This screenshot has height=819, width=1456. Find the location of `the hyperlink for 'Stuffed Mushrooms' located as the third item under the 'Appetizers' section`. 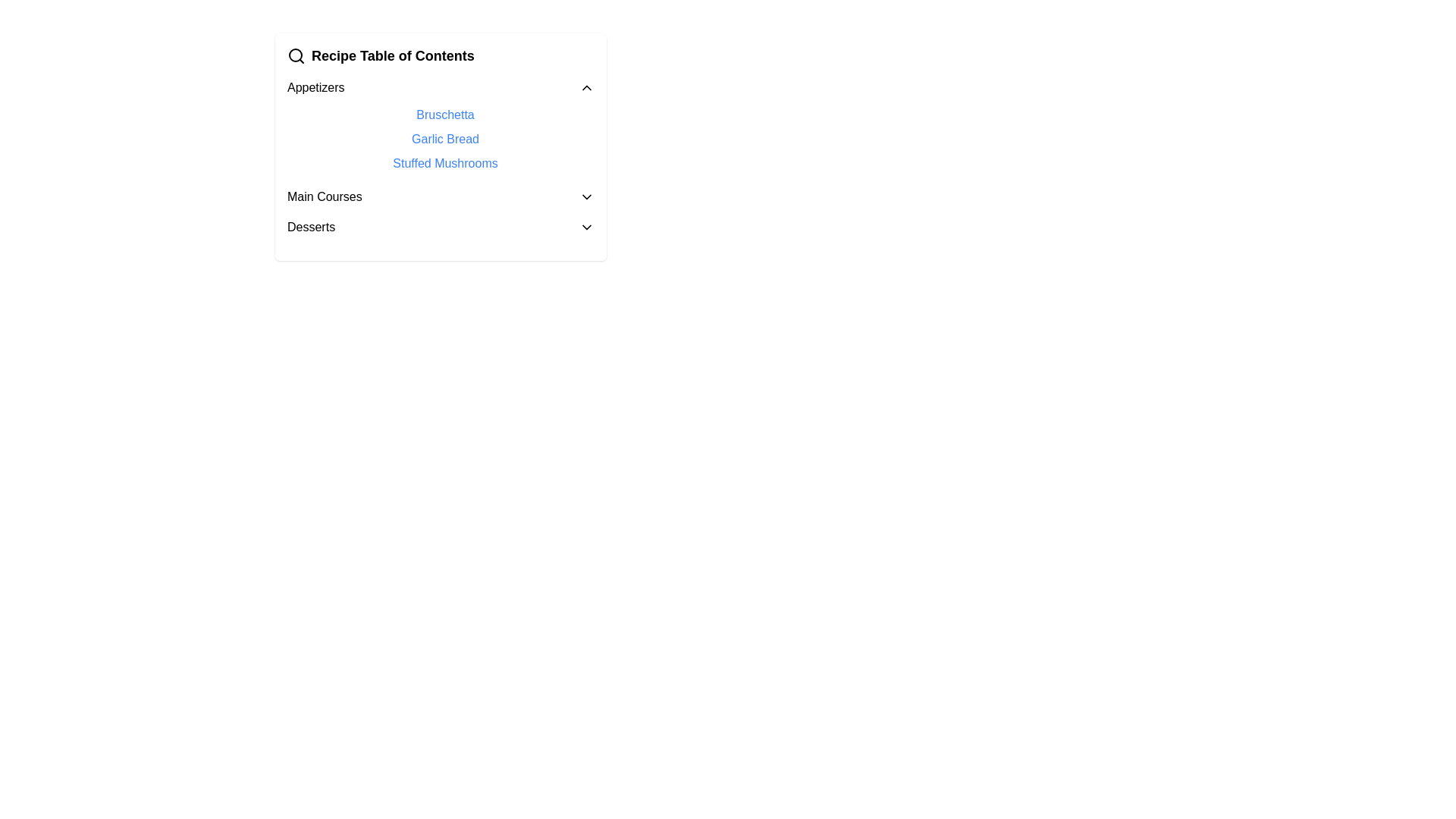

the hyperlink for 'Stuffed Mushrooms' located as the third item under the 'Appetizers' section is located at coordinates (446, 164).